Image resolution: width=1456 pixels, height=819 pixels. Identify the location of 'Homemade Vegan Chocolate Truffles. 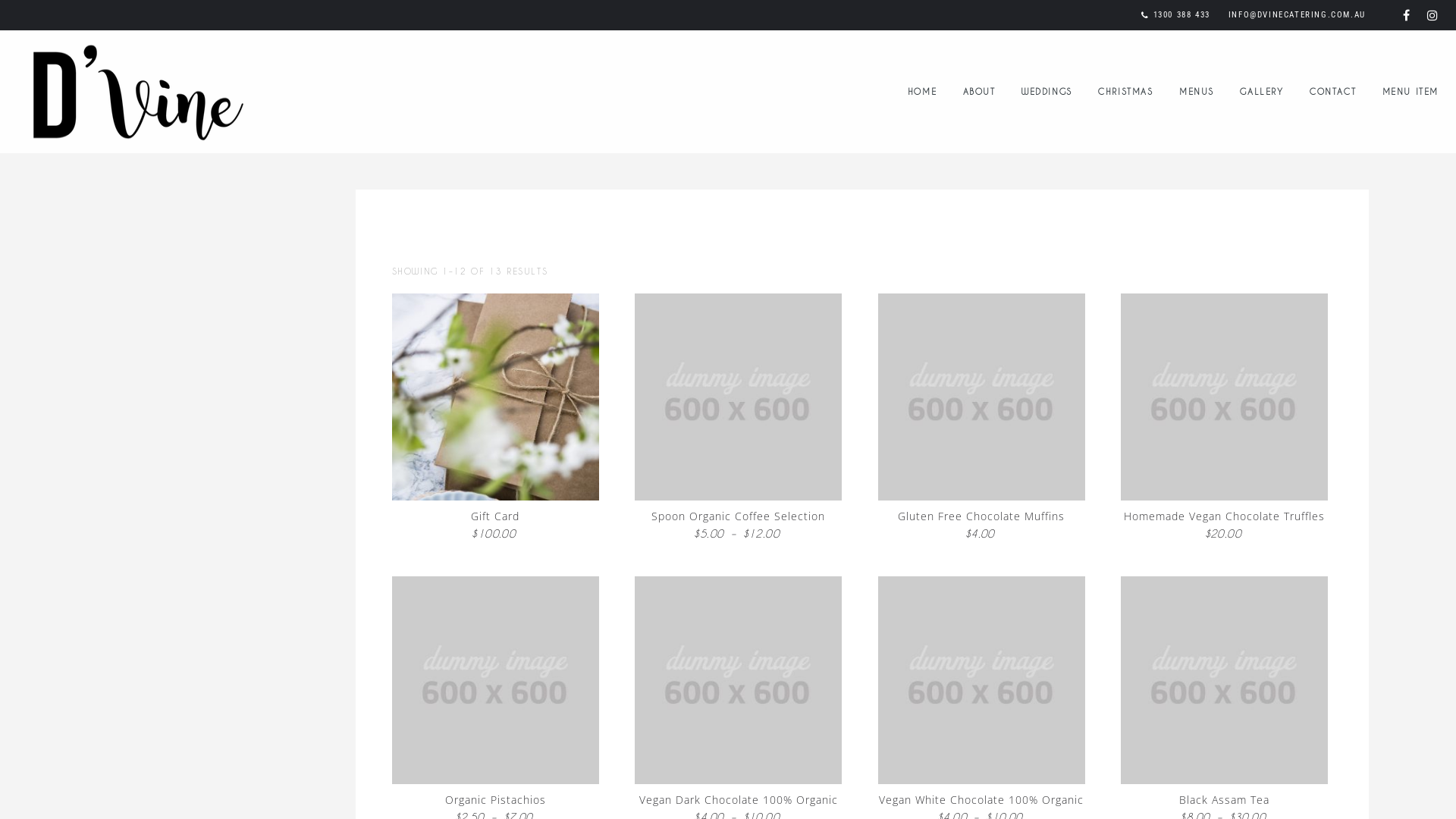
(1224, 419).